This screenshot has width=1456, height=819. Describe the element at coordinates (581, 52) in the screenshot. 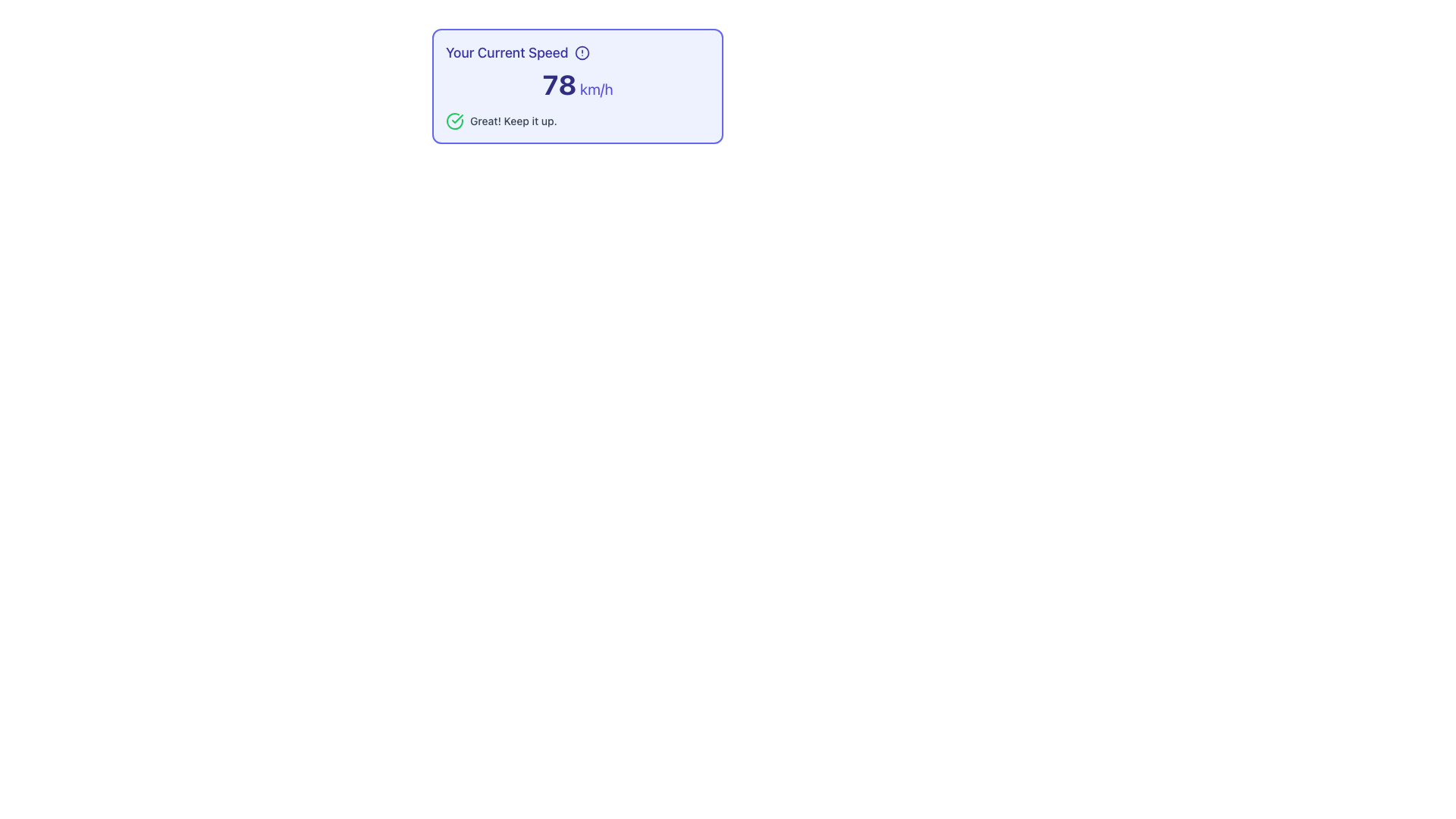

I see `the indication of the indigo circular icon with an alert symbol, located to the right of the 'Your Current Speed' text near the top-left of the panel` at that location.